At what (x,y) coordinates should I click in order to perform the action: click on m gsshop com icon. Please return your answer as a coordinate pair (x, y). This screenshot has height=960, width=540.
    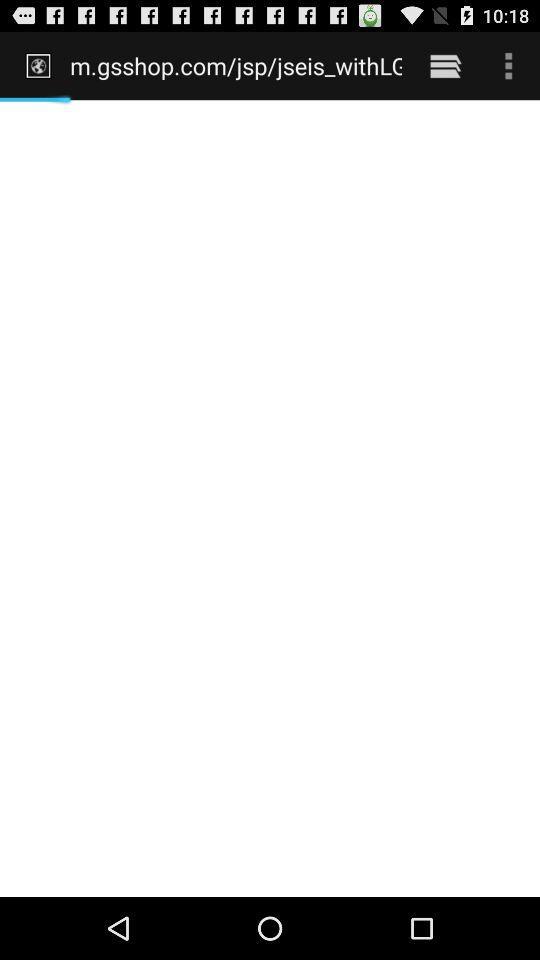
    Looking at the image, I should click on (235, 65).